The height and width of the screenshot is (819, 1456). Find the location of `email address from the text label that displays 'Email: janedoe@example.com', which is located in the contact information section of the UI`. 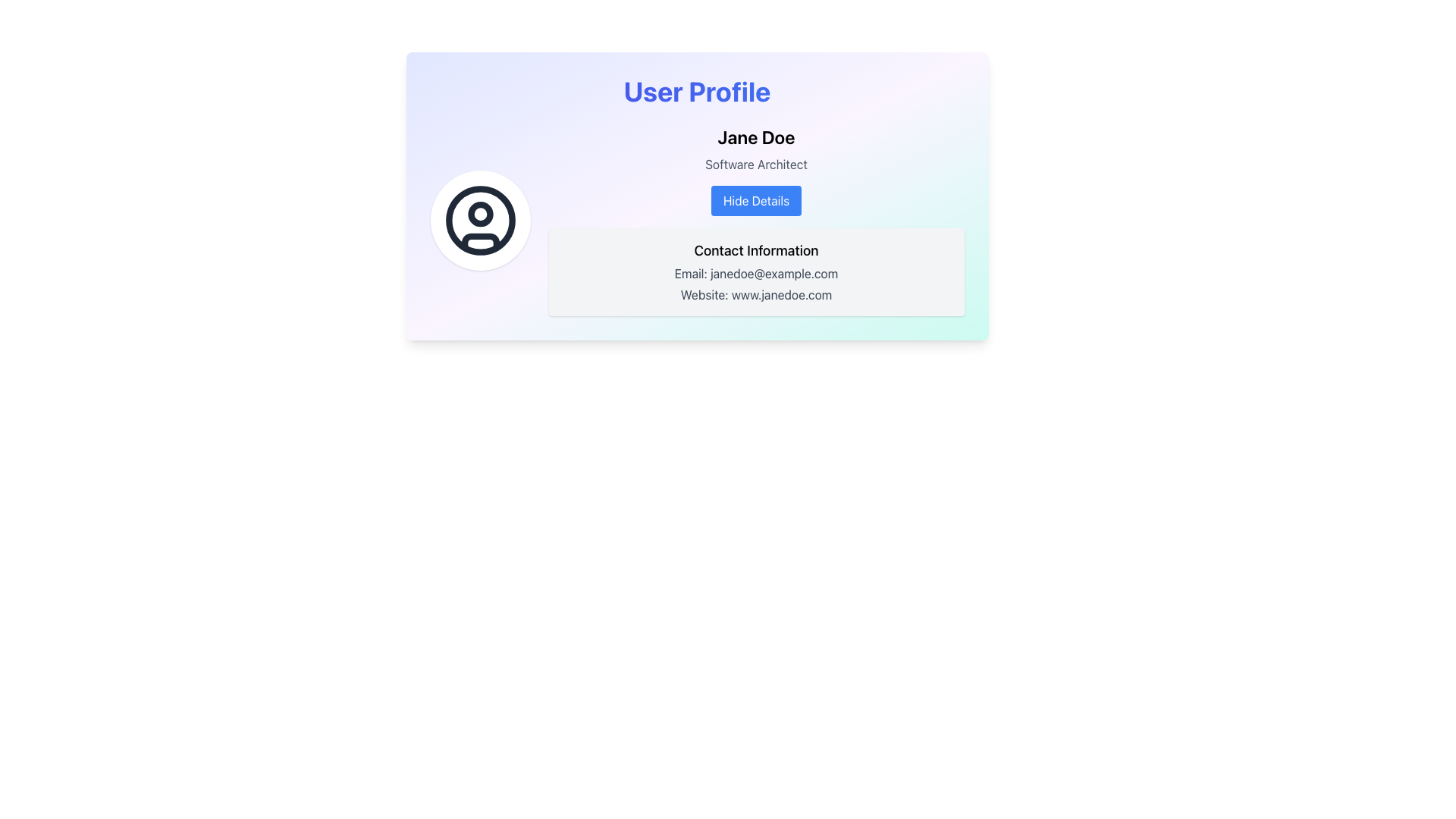

email address from the text label that displays 'Email: janedoe@example.com', which is located in the contact information section of the UI is located at coordinates (756, 274).